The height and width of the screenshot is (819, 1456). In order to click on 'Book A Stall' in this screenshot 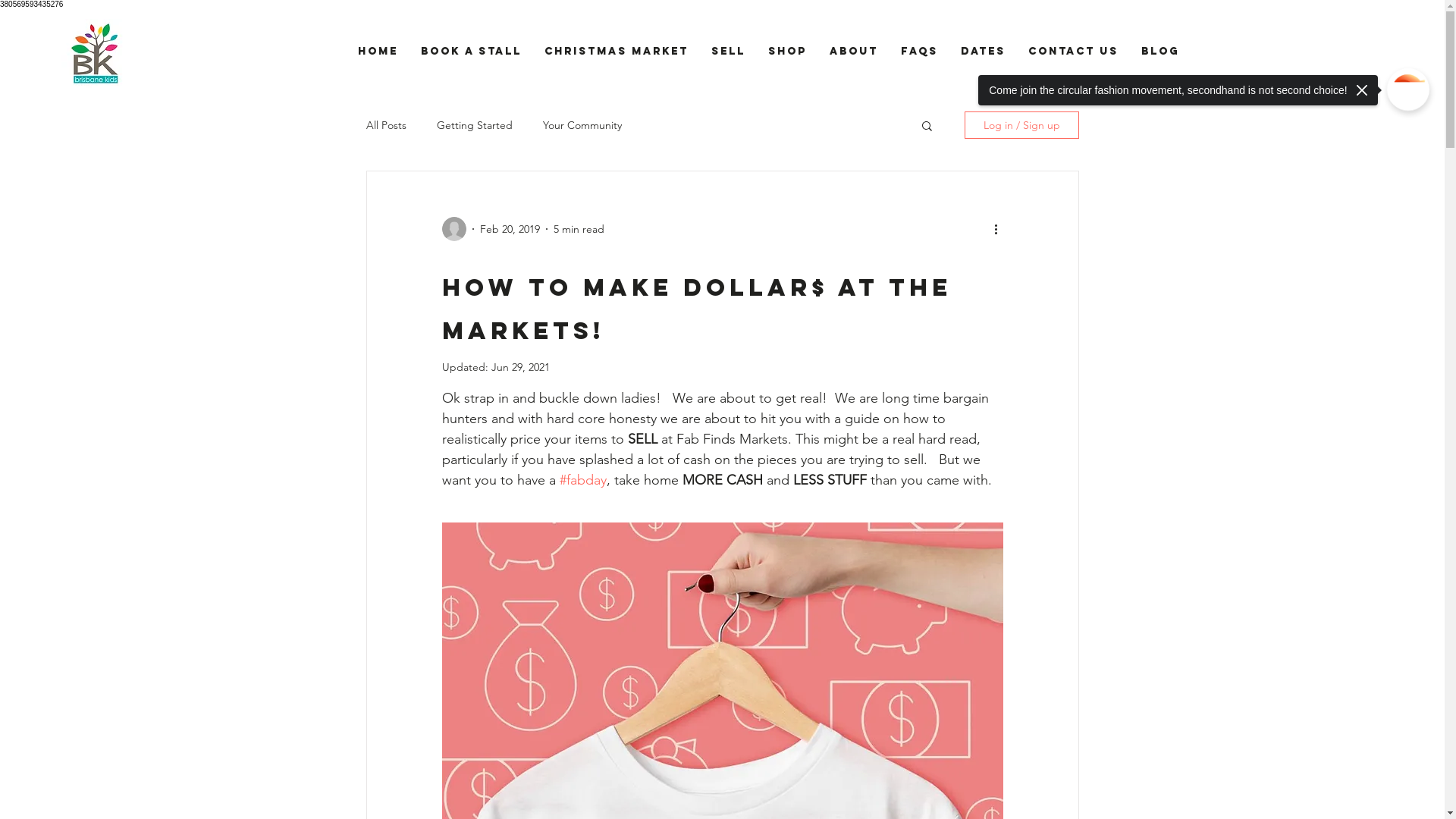, I will do `click(470, 51)`.